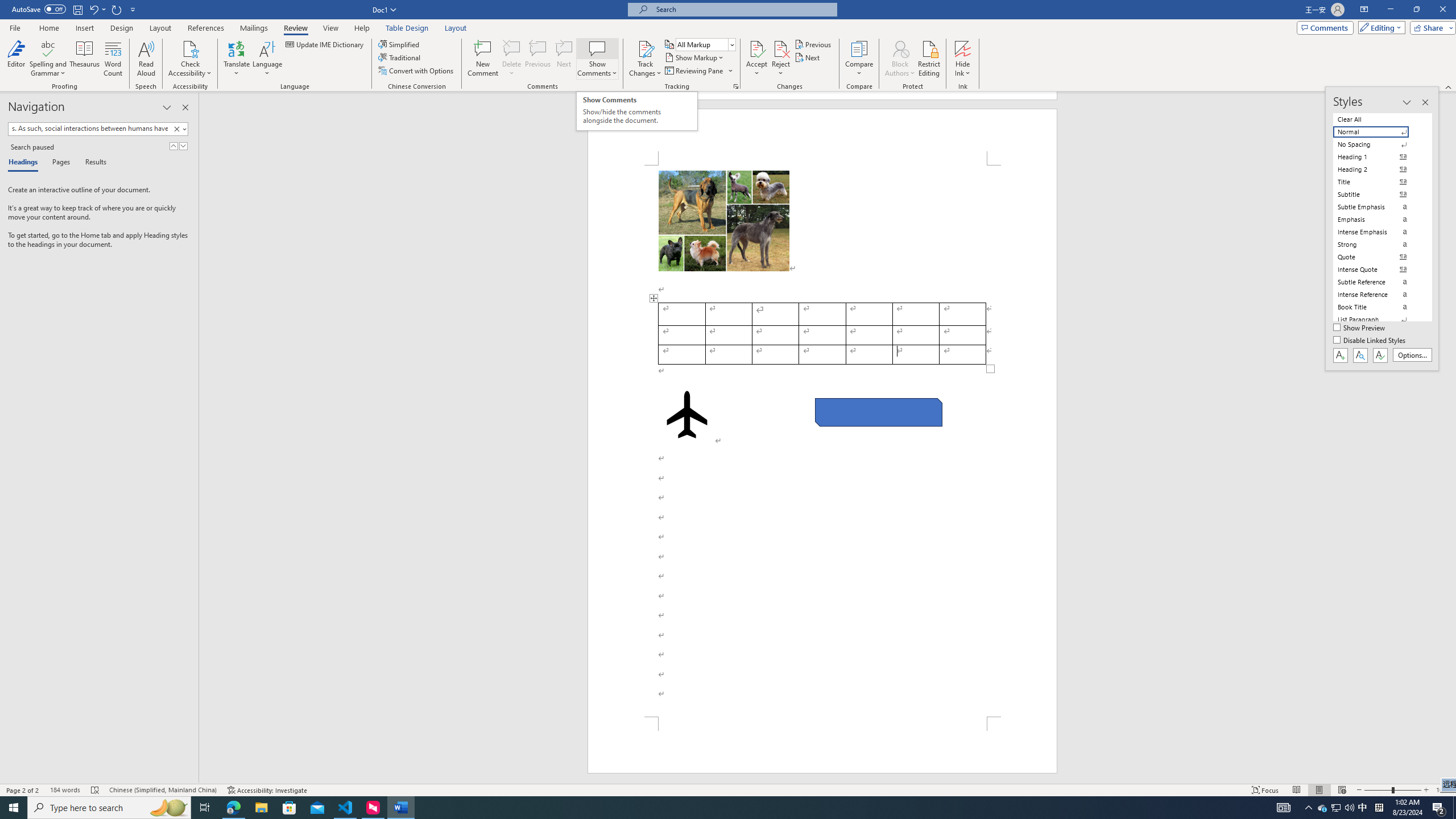 Image resolution: width=1456 pixels, height=819 pixels. I want to click on 'Title', so click(1378, 181).